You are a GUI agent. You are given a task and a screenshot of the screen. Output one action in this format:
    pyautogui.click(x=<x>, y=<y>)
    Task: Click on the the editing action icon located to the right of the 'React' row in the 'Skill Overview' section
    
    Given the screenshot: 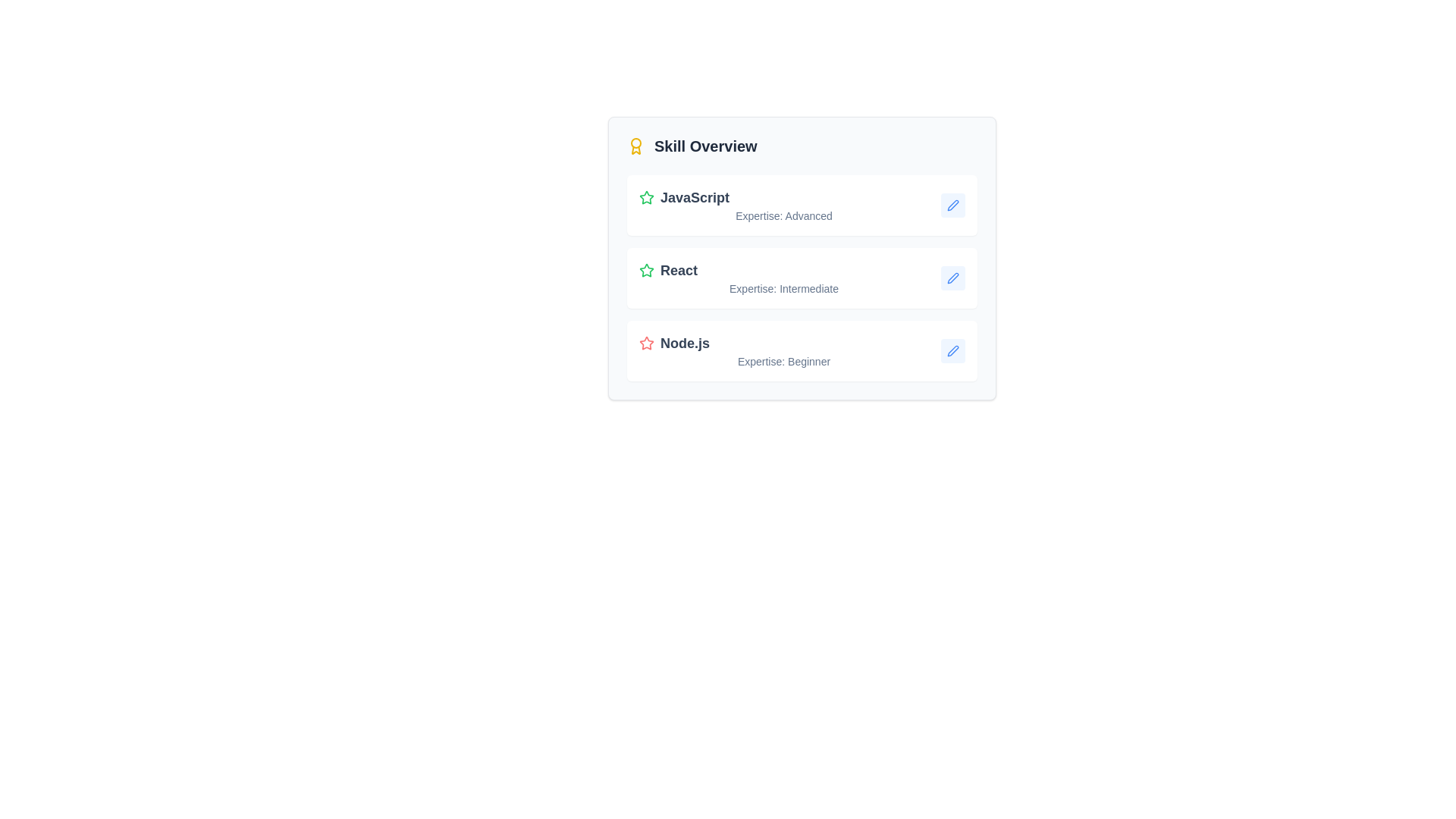 What is the action you would take?
    pyautogui.click(x=952, y=278)
    